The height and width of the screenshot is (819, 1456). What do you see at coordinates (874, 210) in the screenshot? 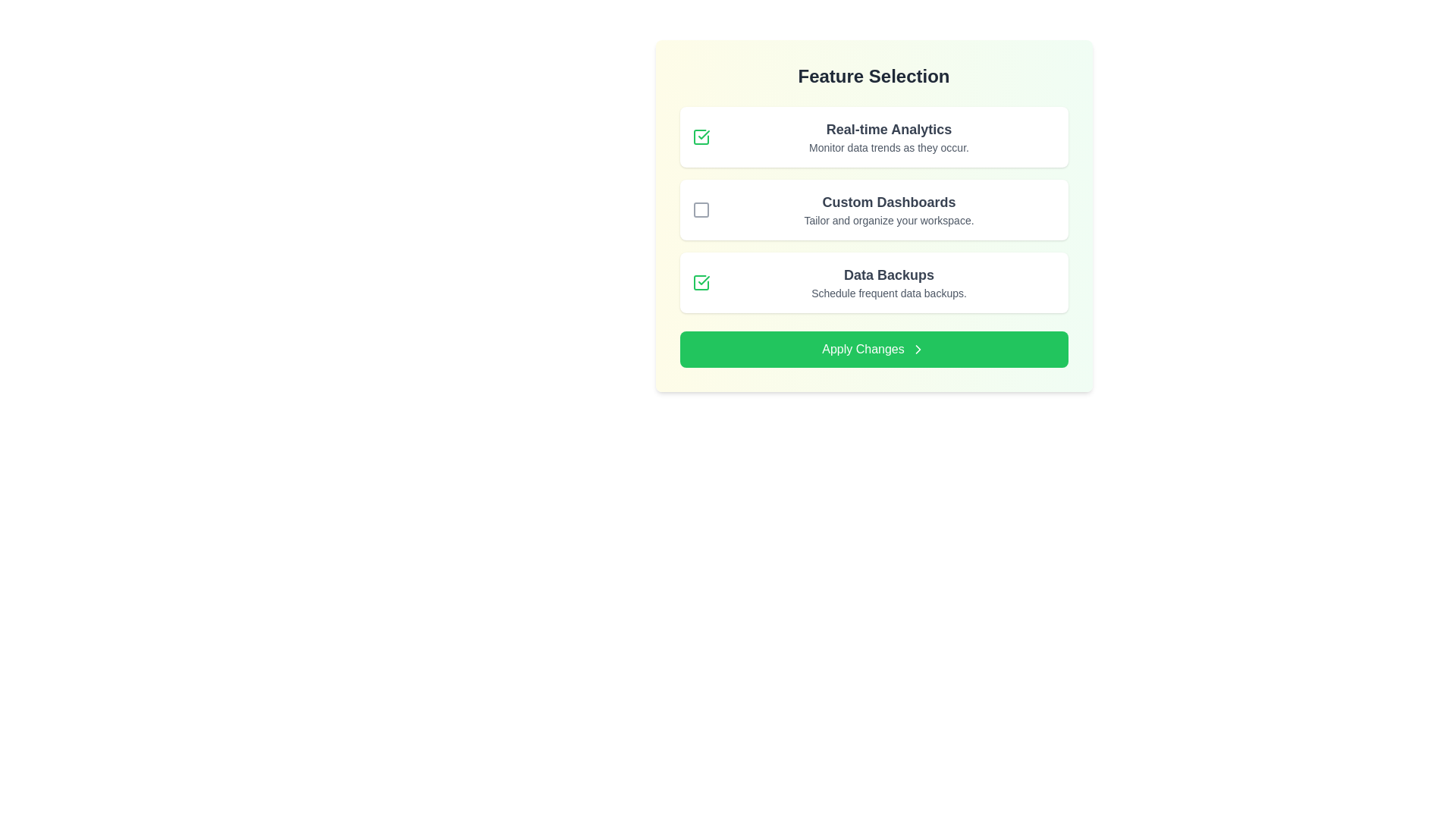
I see `the 'Custom Dashboards' selection option with checkbox and text description` at bounding box center [874, 210].